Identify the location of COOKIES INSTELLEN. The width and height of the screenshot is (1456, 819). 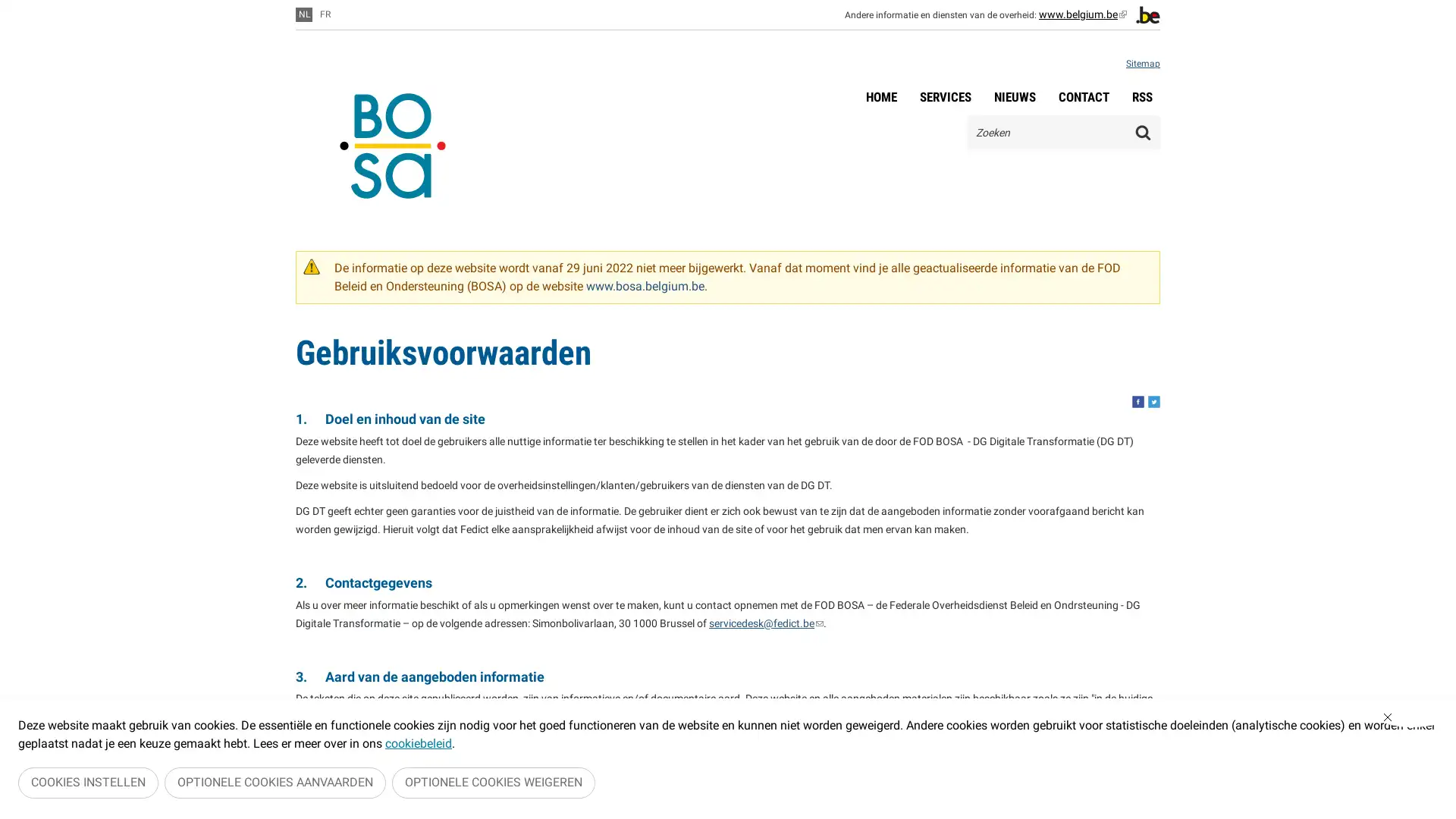
(87, 784).